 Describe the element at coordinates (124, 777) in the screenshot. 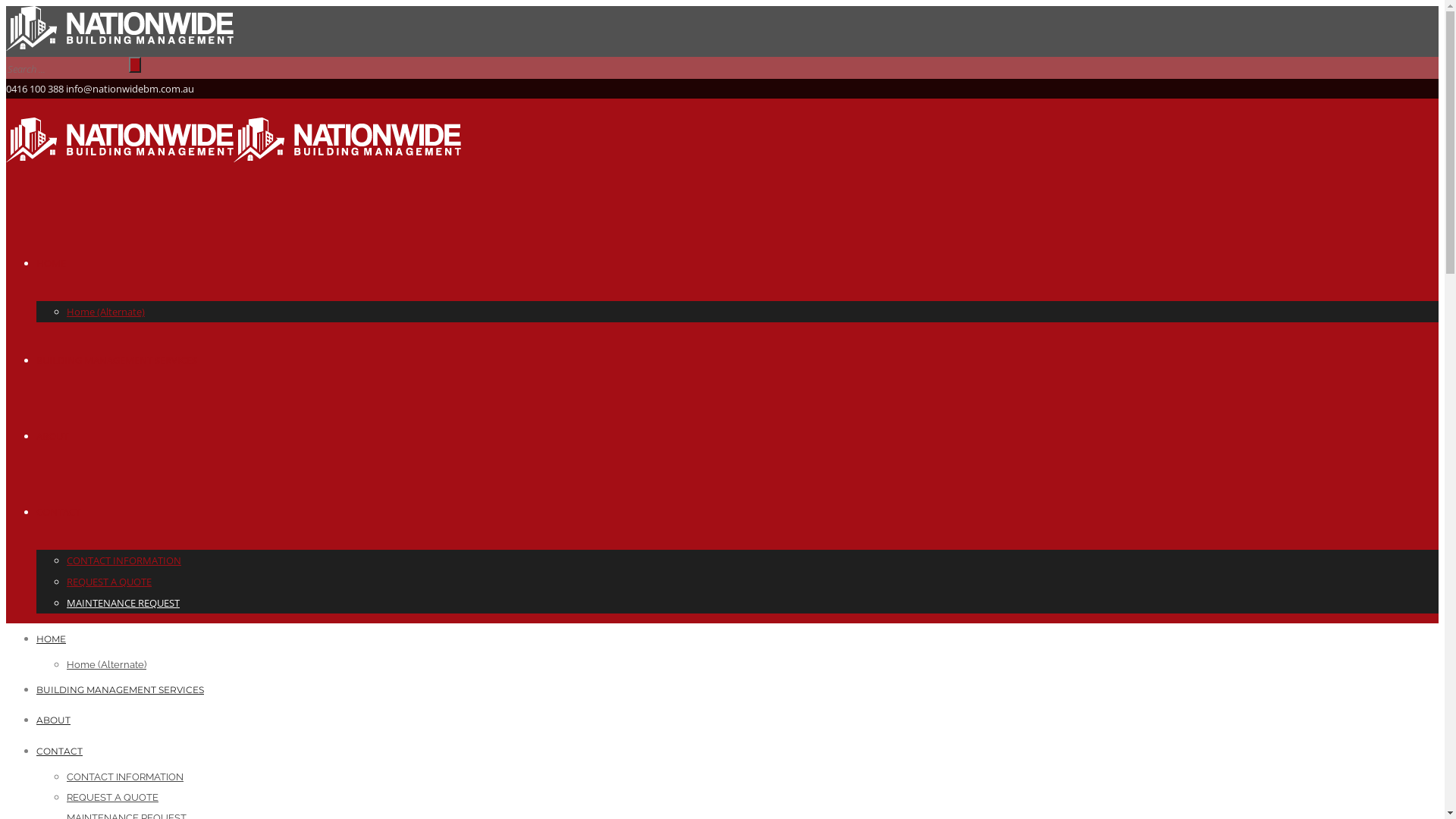

I see `'CONTACT INFORMATION'` at that location.